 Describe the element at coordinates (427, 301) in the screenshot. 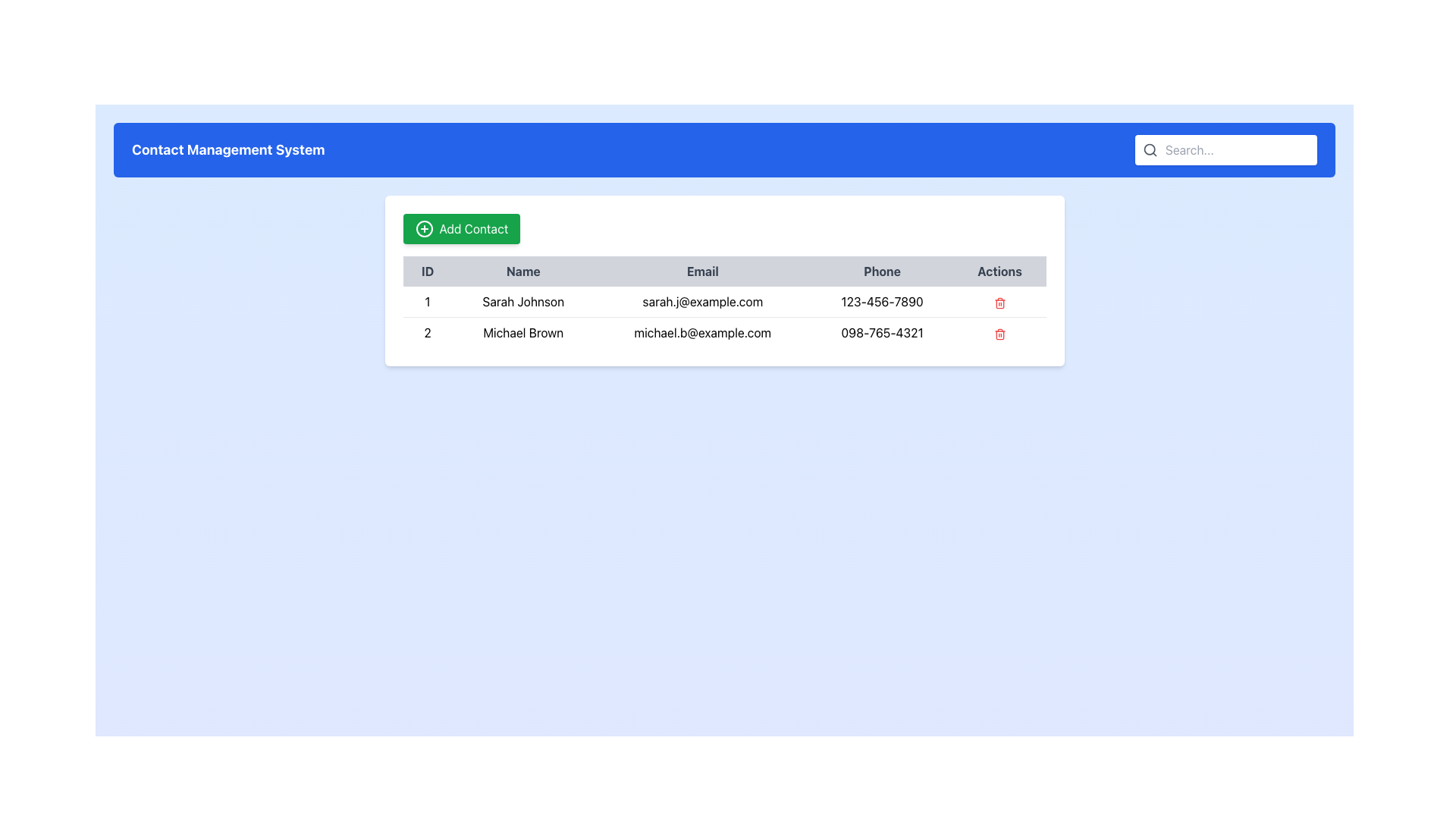

I see `the unique identifier text in the first cell of the first row of the contact table` at that location.